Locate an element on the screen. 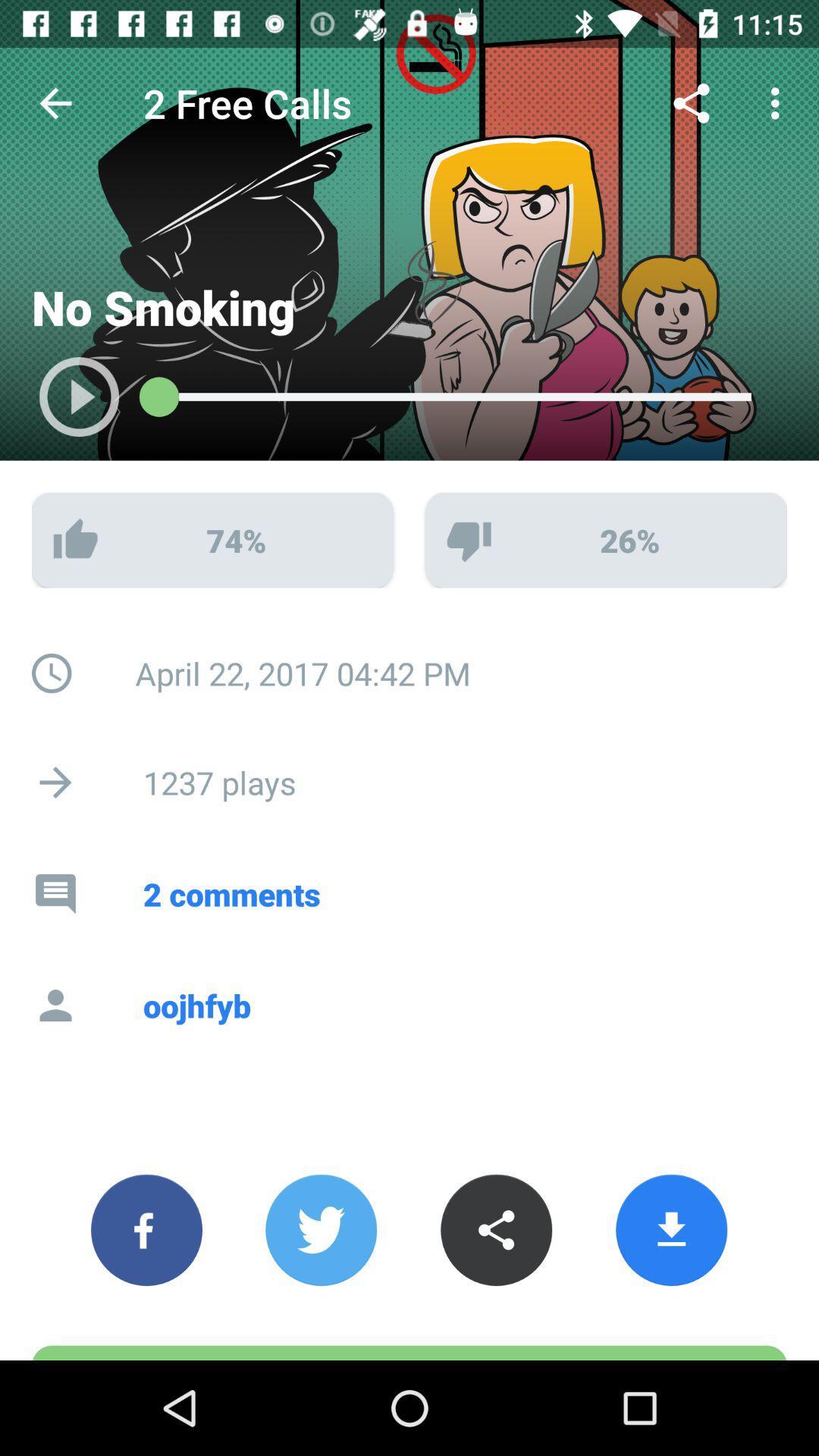  the 74 with thumbs up symbol is located at coordinates (212, 541).